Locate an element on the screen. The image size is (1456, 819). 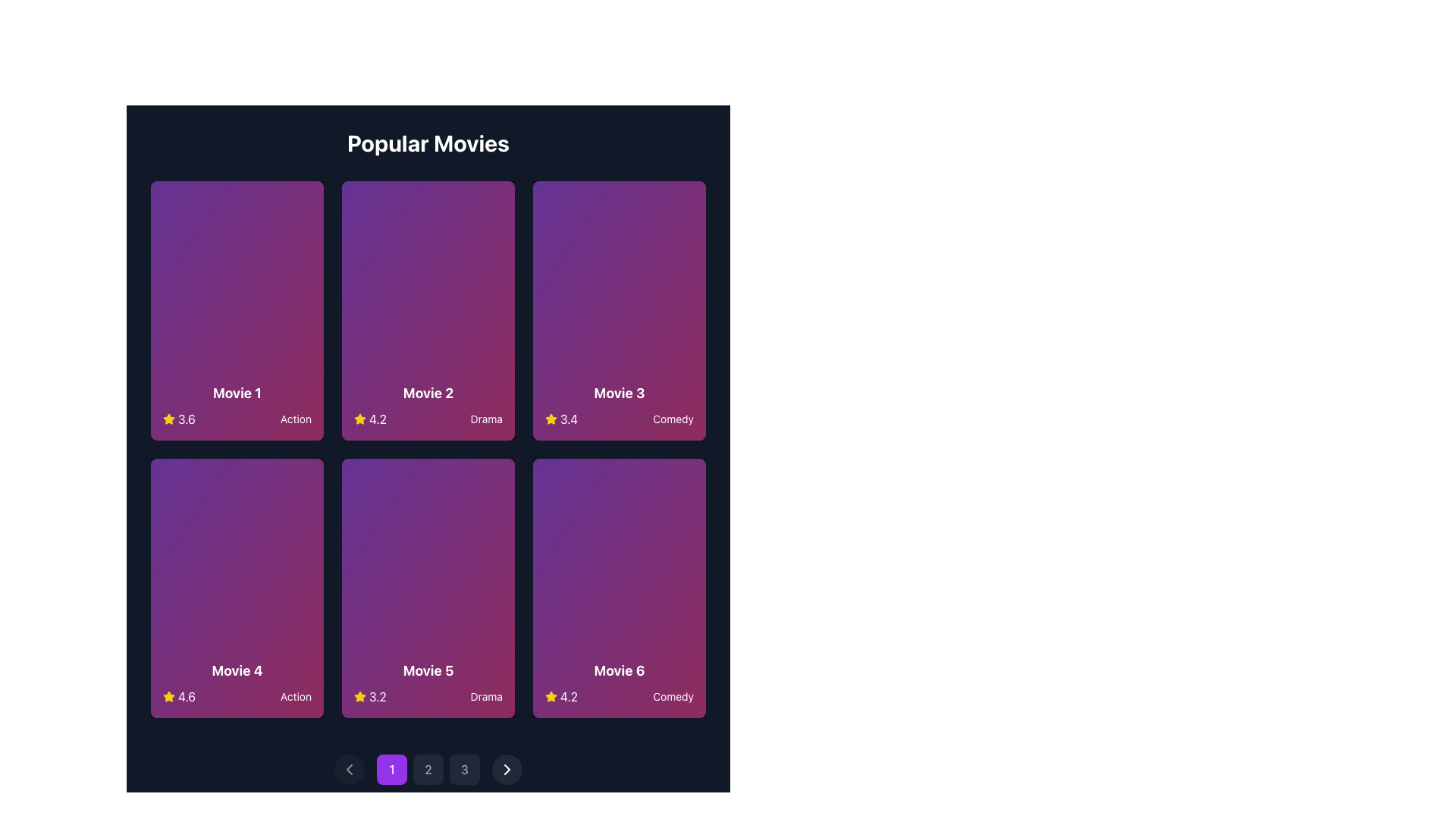
the movie card displaying the title, rating, and genre in the second column of the first row of the 'Popular Movies' grid layout is located at coordinates (428, 309).